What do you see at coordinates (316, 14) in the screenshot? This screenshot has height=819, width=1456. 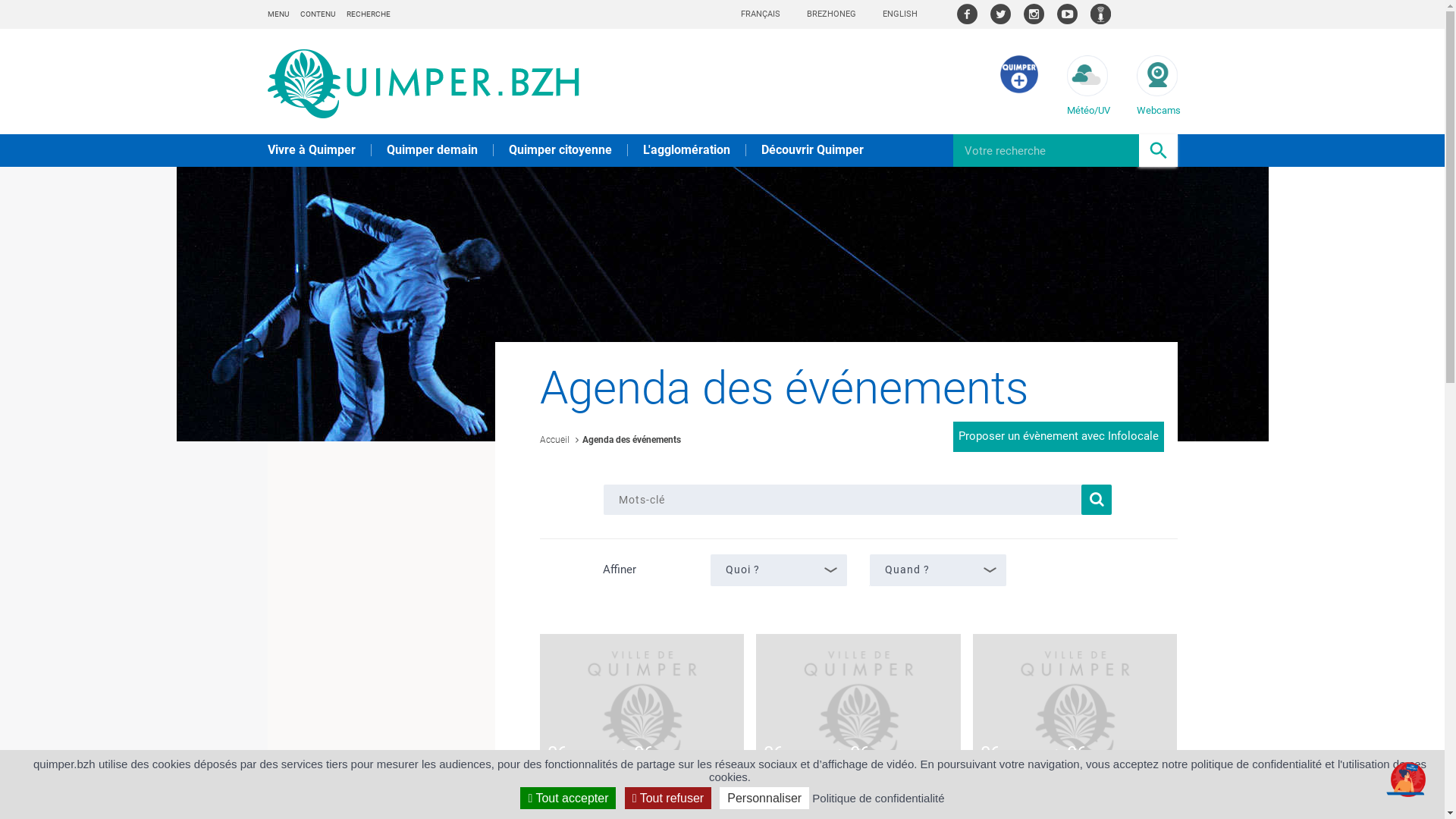 I see `'CONTENU'` at bounding box center [316, 14].